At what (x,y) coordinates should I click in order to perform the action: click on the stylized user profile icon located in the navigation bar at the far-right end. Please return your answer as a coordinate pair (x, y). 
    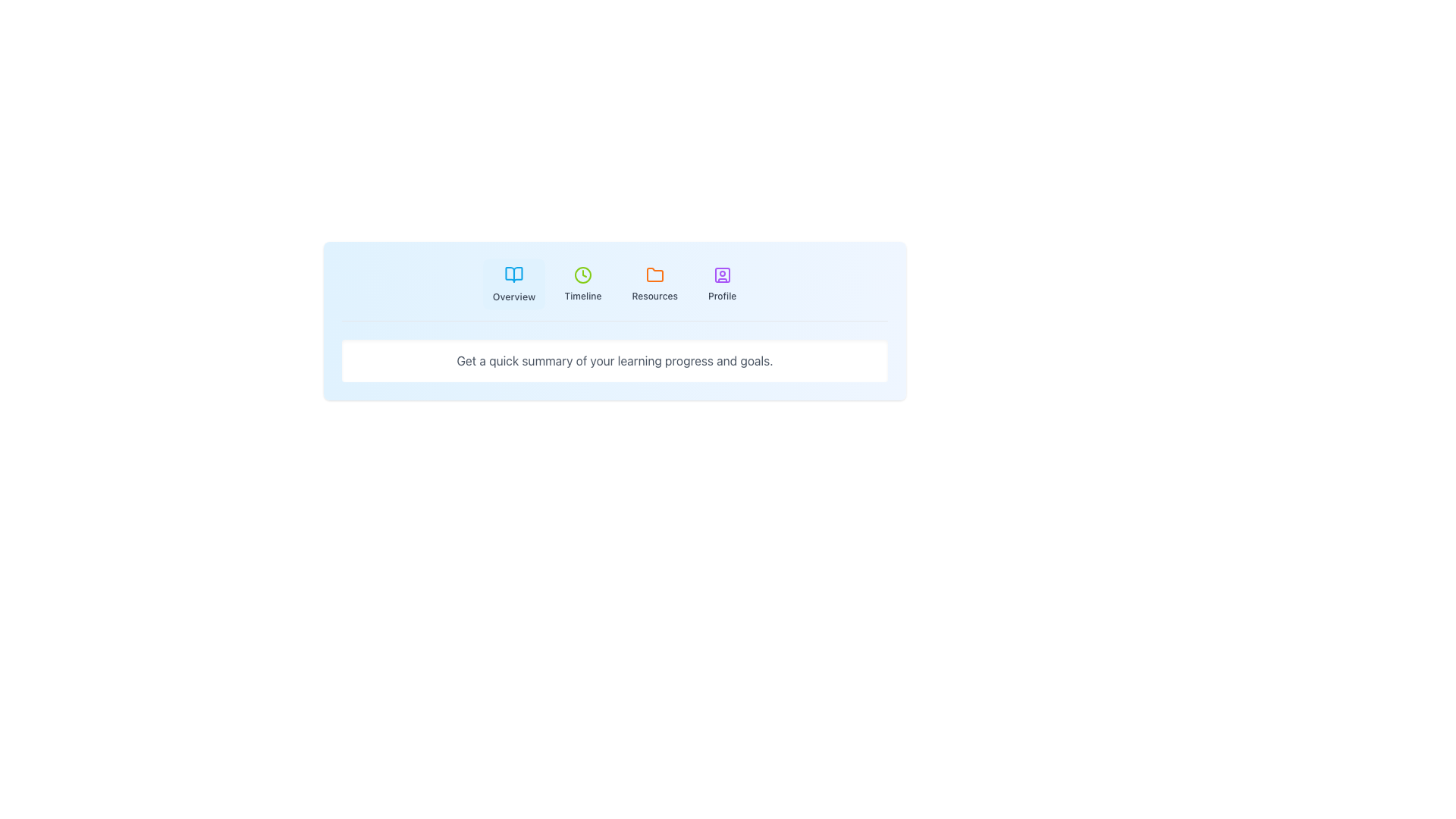
    Looking at the image, I should click on (721, 275).